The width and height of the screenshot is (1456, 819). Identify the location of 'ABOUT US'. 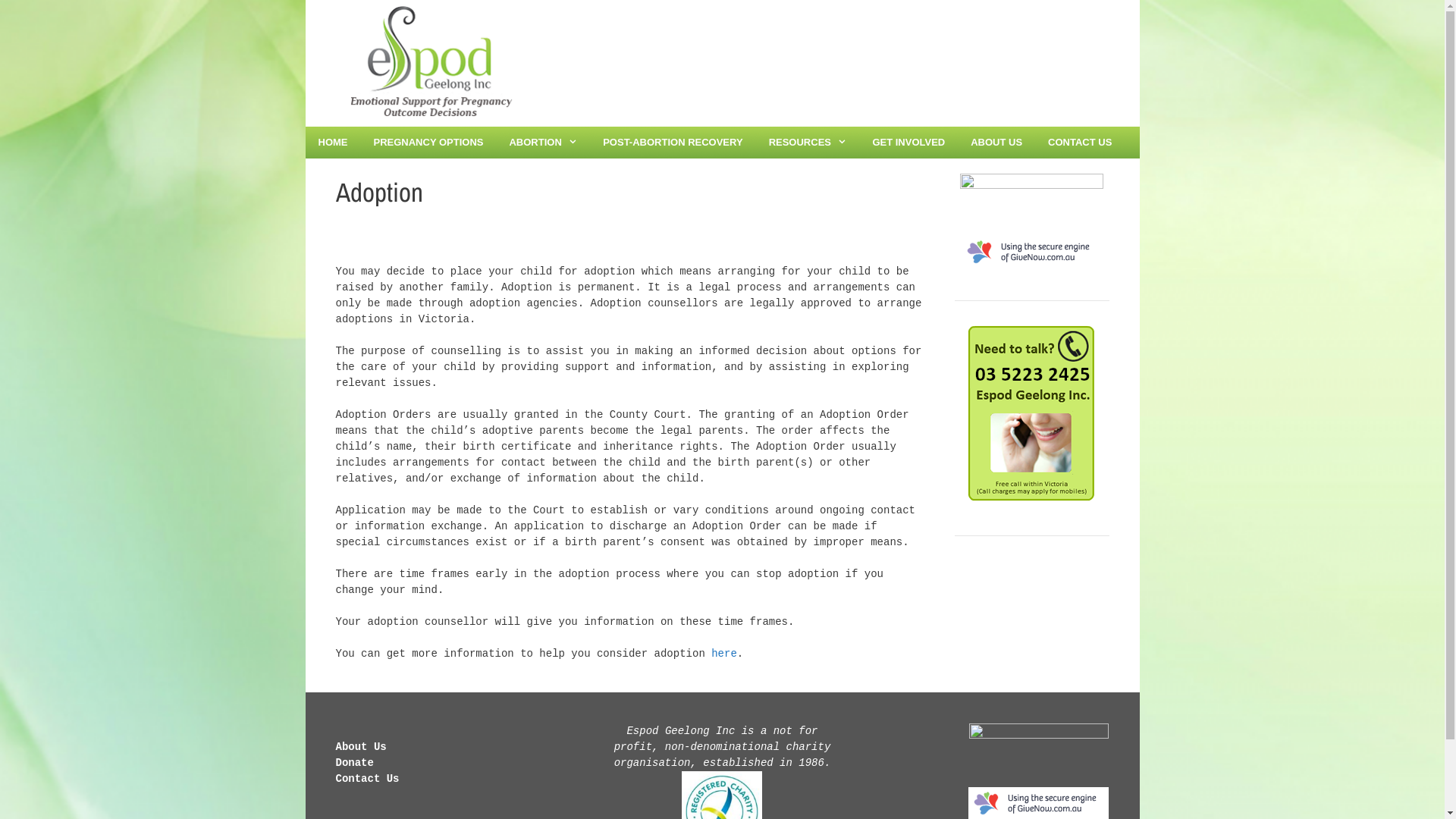
(956, 143).